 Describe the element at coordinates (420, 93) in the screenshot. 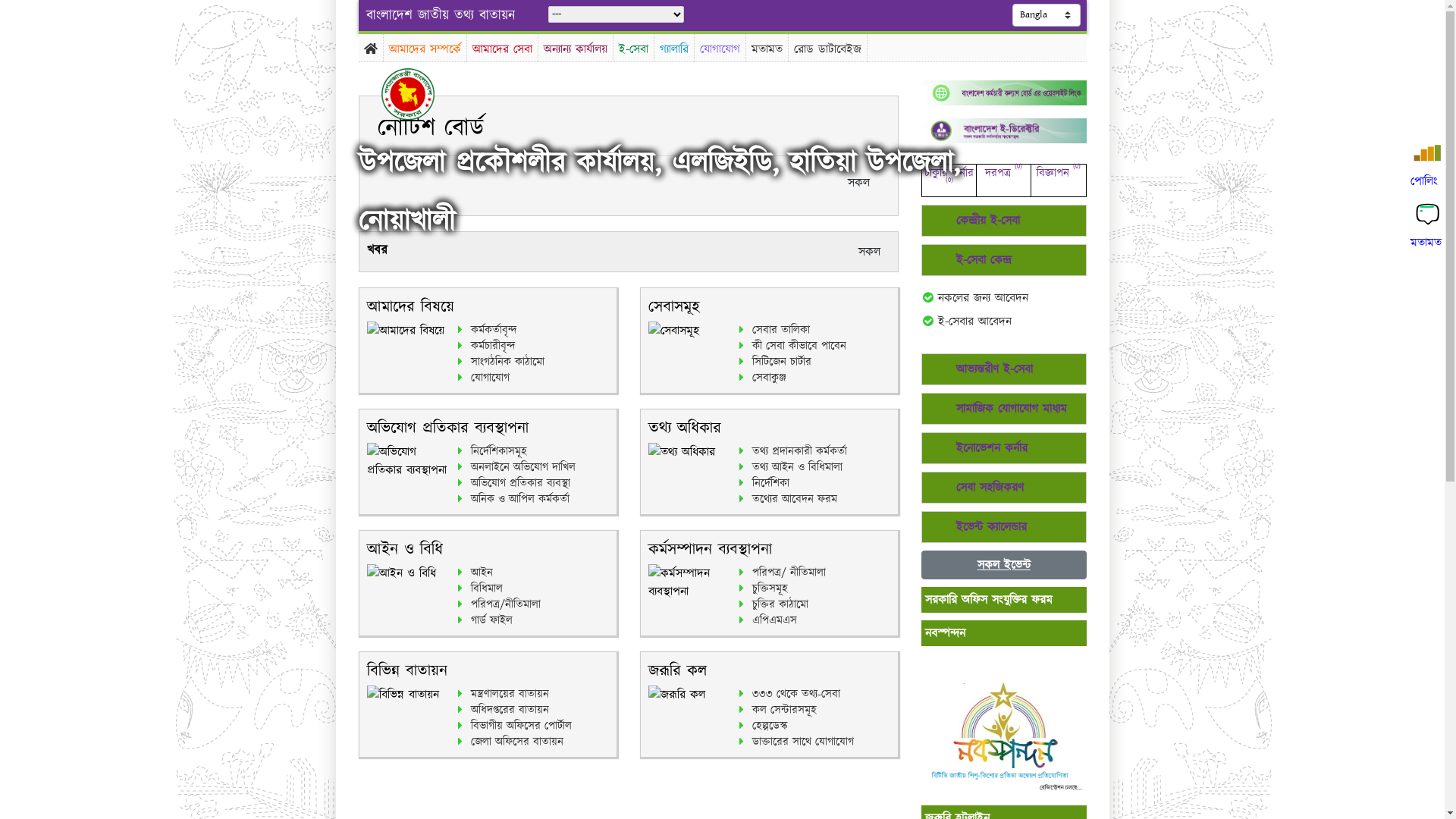

I see `'` at that location.